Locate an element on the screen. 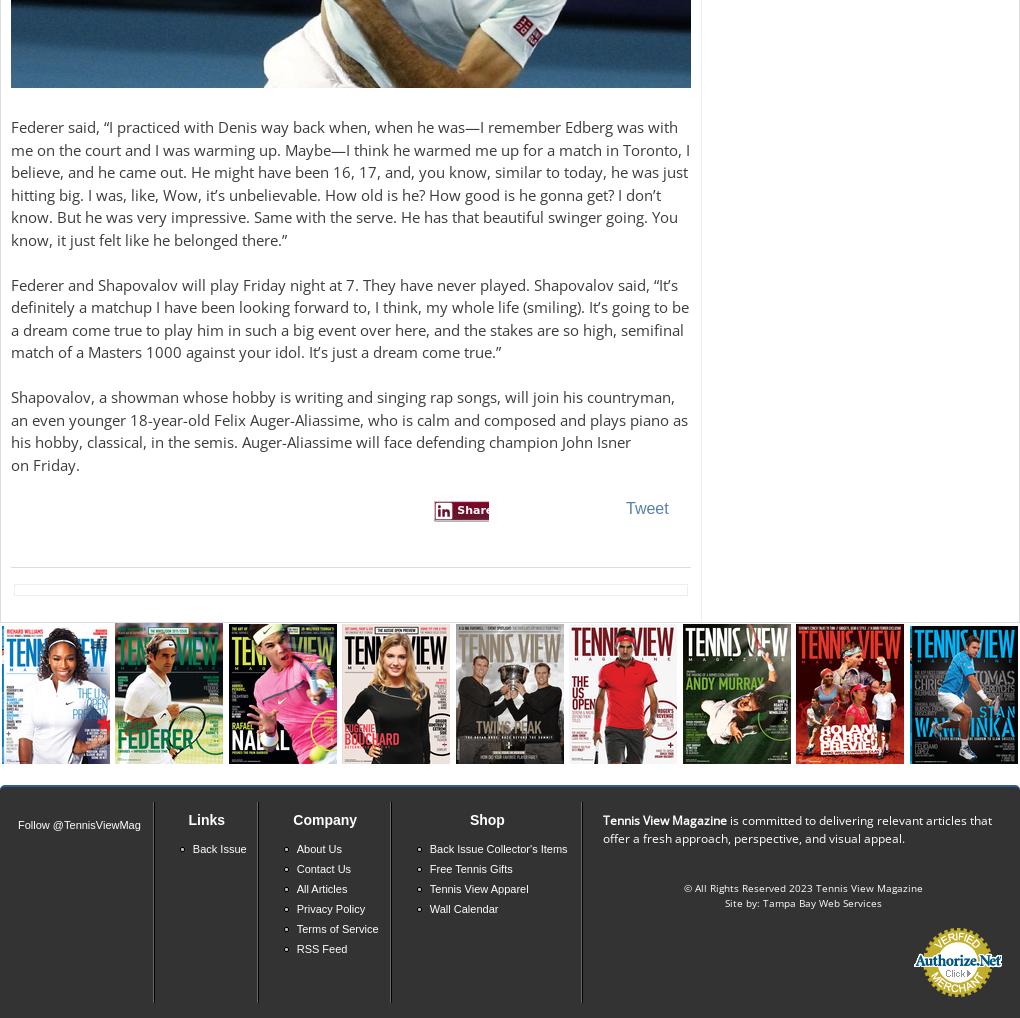  'Site by:' is located at coordinates (742, 902).